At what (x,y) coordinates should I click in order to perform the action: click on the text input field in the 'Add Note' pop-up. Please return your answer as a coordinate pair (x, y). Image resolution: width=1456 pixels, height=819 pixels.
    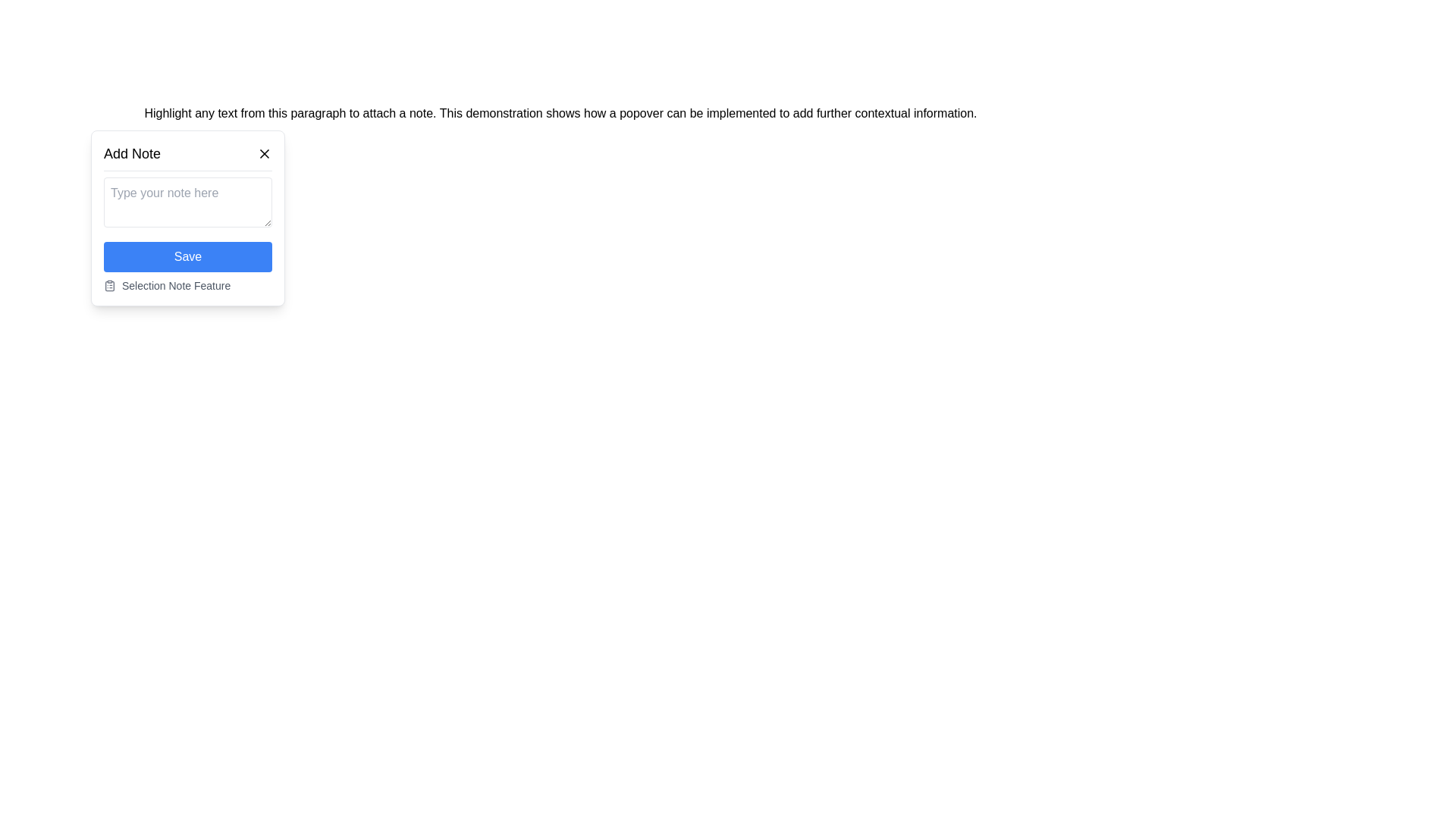
    Looking at the image, I should click on (187, 201).